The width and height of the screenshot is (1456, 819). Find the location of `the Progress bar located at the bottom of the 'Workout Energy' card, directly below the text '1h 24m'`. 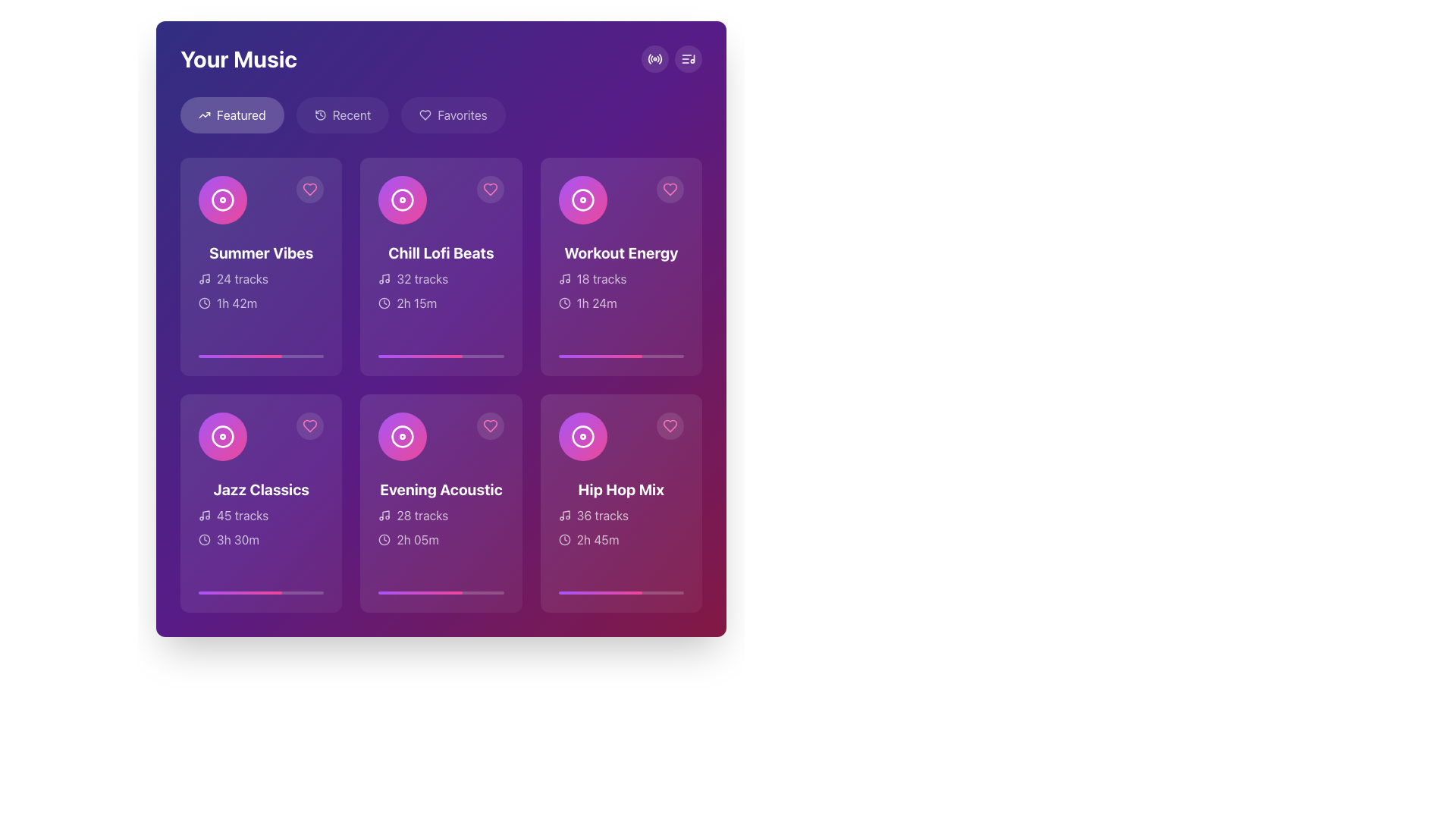

the Progress bar located at the bottom of the 'Workout Energy' card, directly below the text '1h 24m' is located at coordinates (599, 356).